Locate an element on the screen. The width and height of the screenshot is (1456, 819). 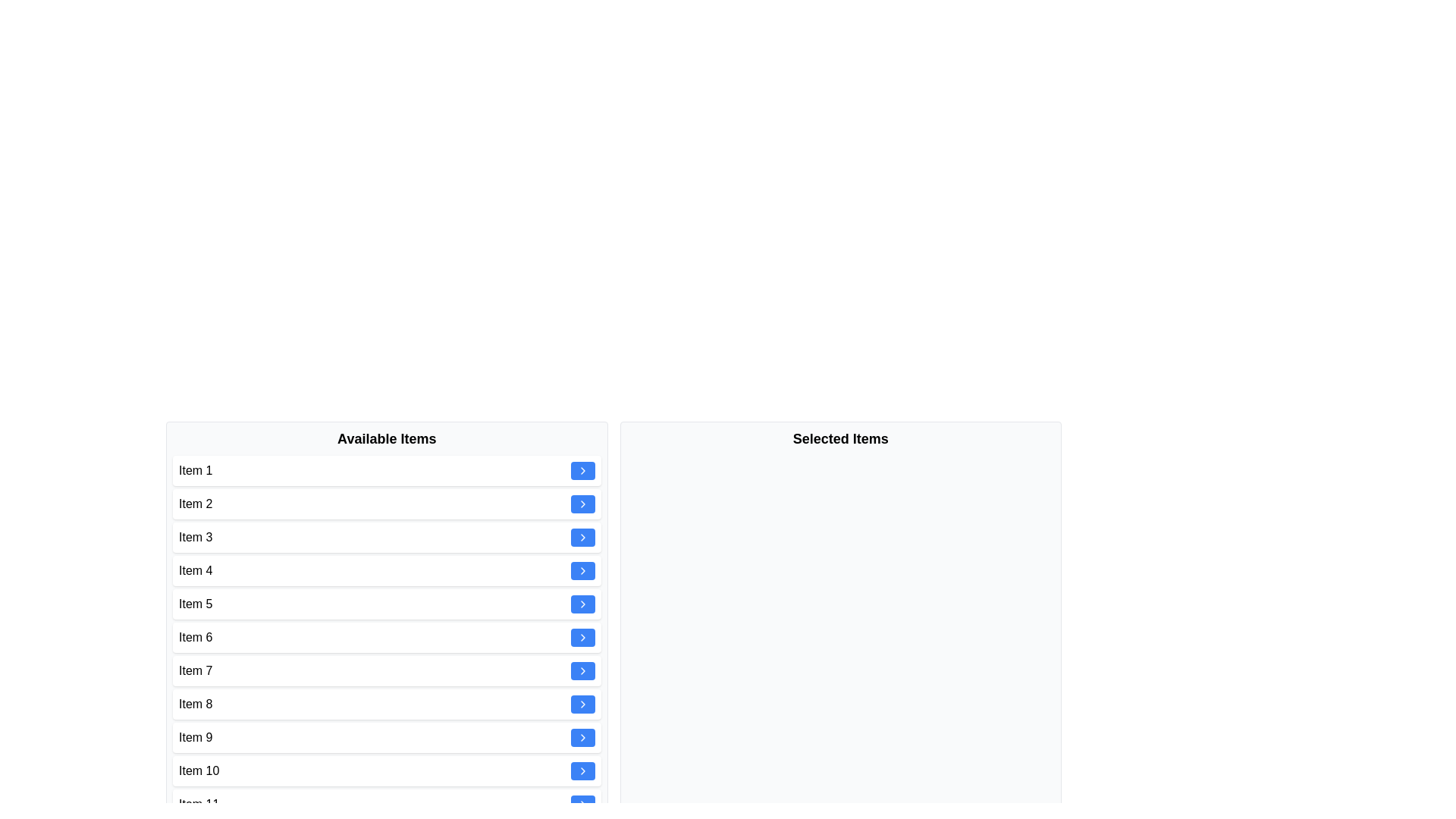
the seventh item in the list labeled 'Available Items' is located at coordinates (387, 670).